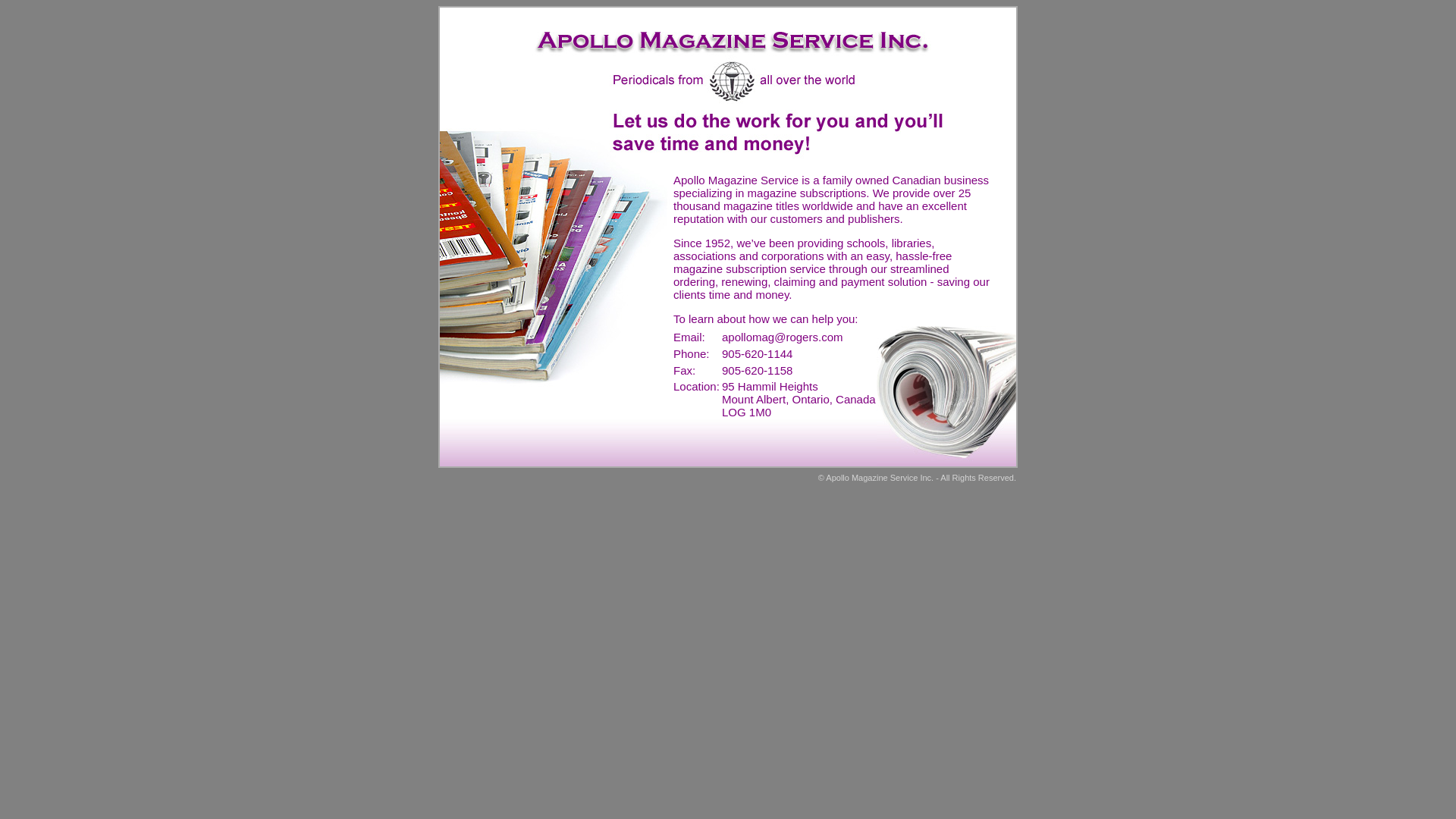  Describe the element at coordinates (720, 336) in the screenshot. I see `'apollomag@rogers.com'` at that location.